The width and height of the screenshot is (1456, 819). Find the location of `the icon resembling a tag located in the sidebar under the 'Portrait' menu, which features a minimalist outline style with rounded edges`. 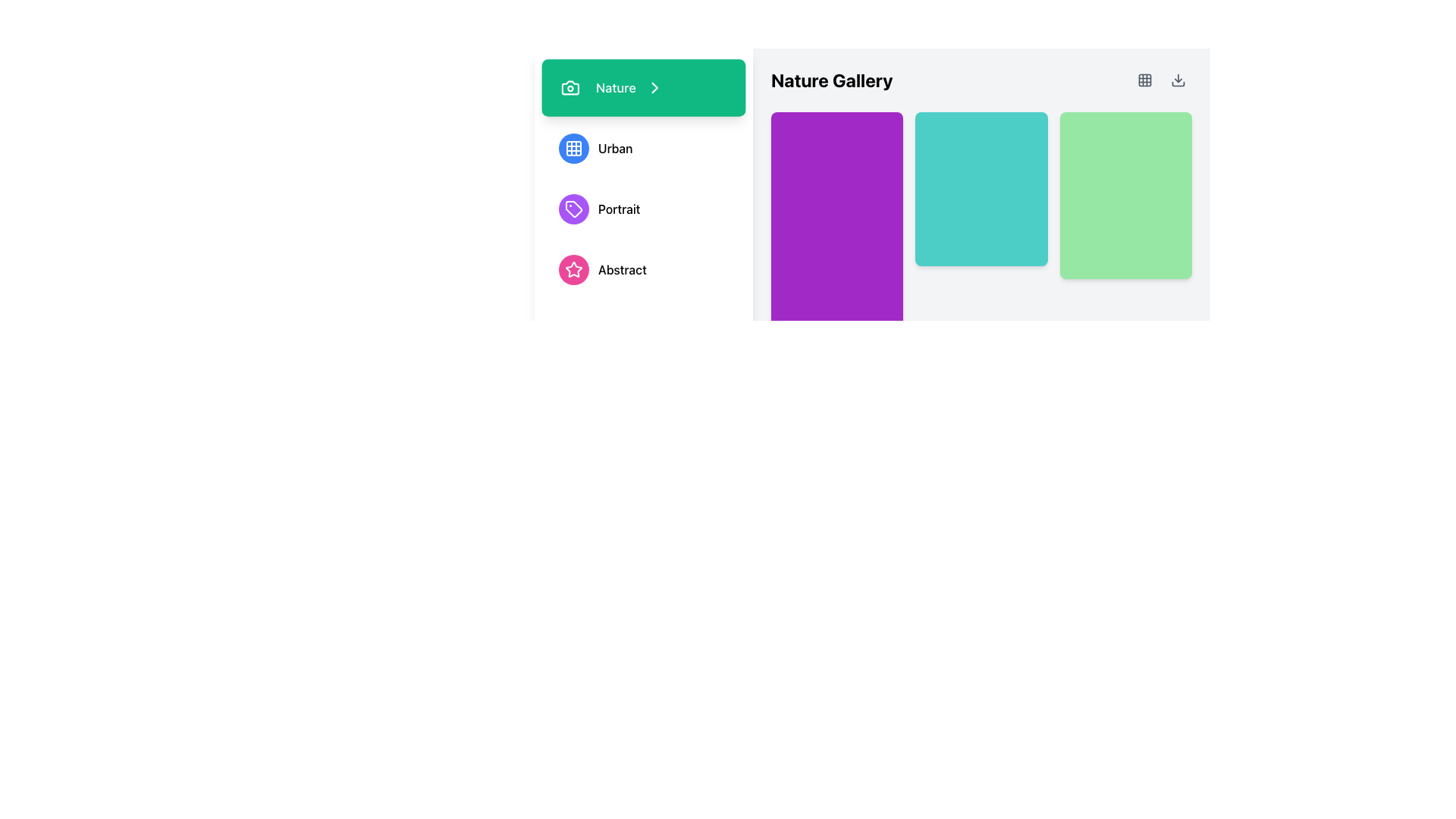

the icon resembling a tag located in the sidebar under the 'Portrait' menu, which features a minimalist outline style with rounded edges is located at coordinates (573, 209).